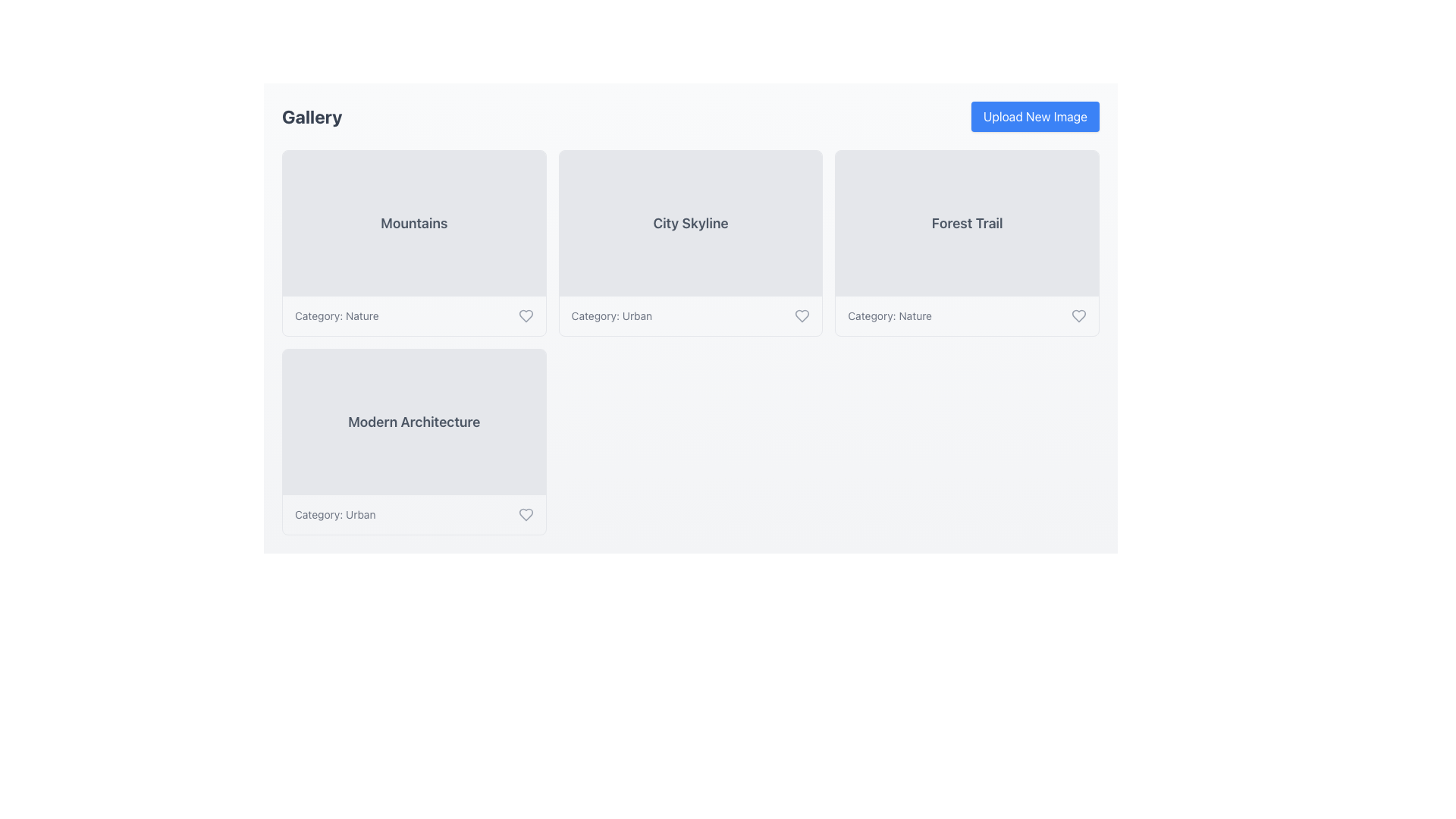 The image size is (1456, 819). Describe the element at coordinates (526, 315) in the screenshot. I see `the Icon Button located in the top-left section of the display, specifically within the first card under the title 'Mountains', to change its color` at that location.